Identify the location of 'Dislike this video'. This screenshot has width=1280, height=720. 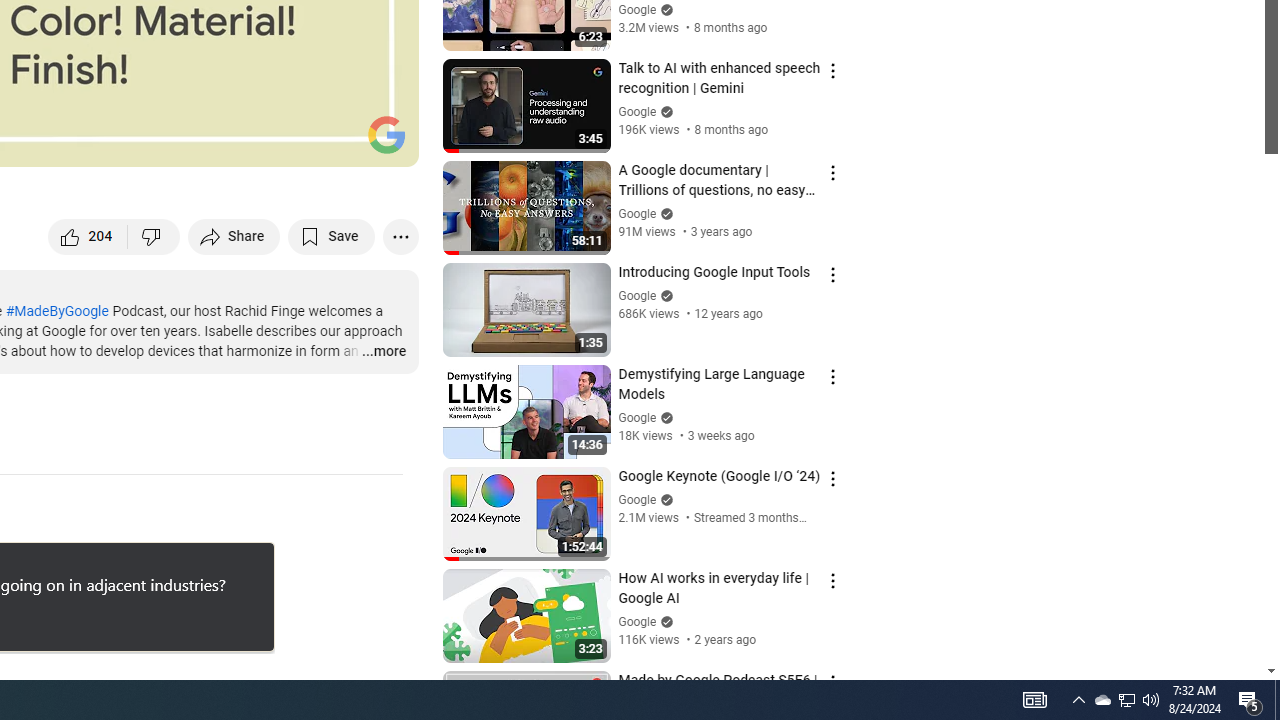
(153, 235).